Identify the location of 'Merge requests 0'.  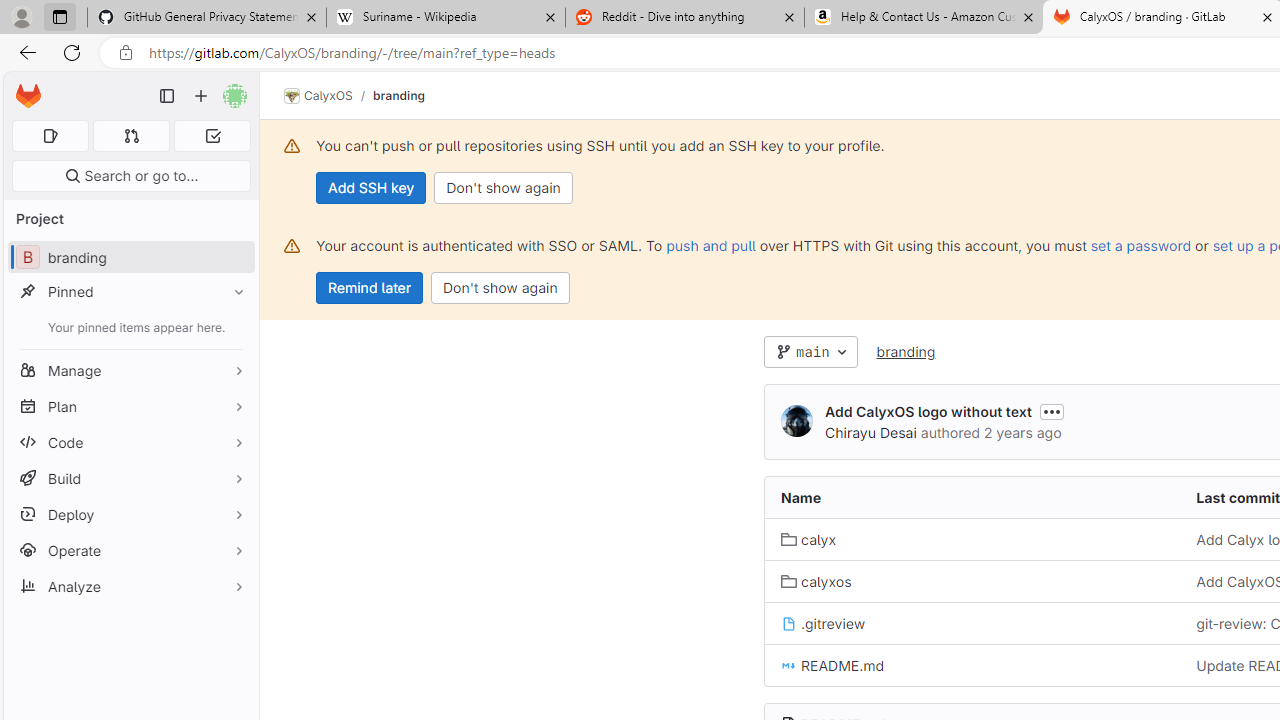
(130, 135).